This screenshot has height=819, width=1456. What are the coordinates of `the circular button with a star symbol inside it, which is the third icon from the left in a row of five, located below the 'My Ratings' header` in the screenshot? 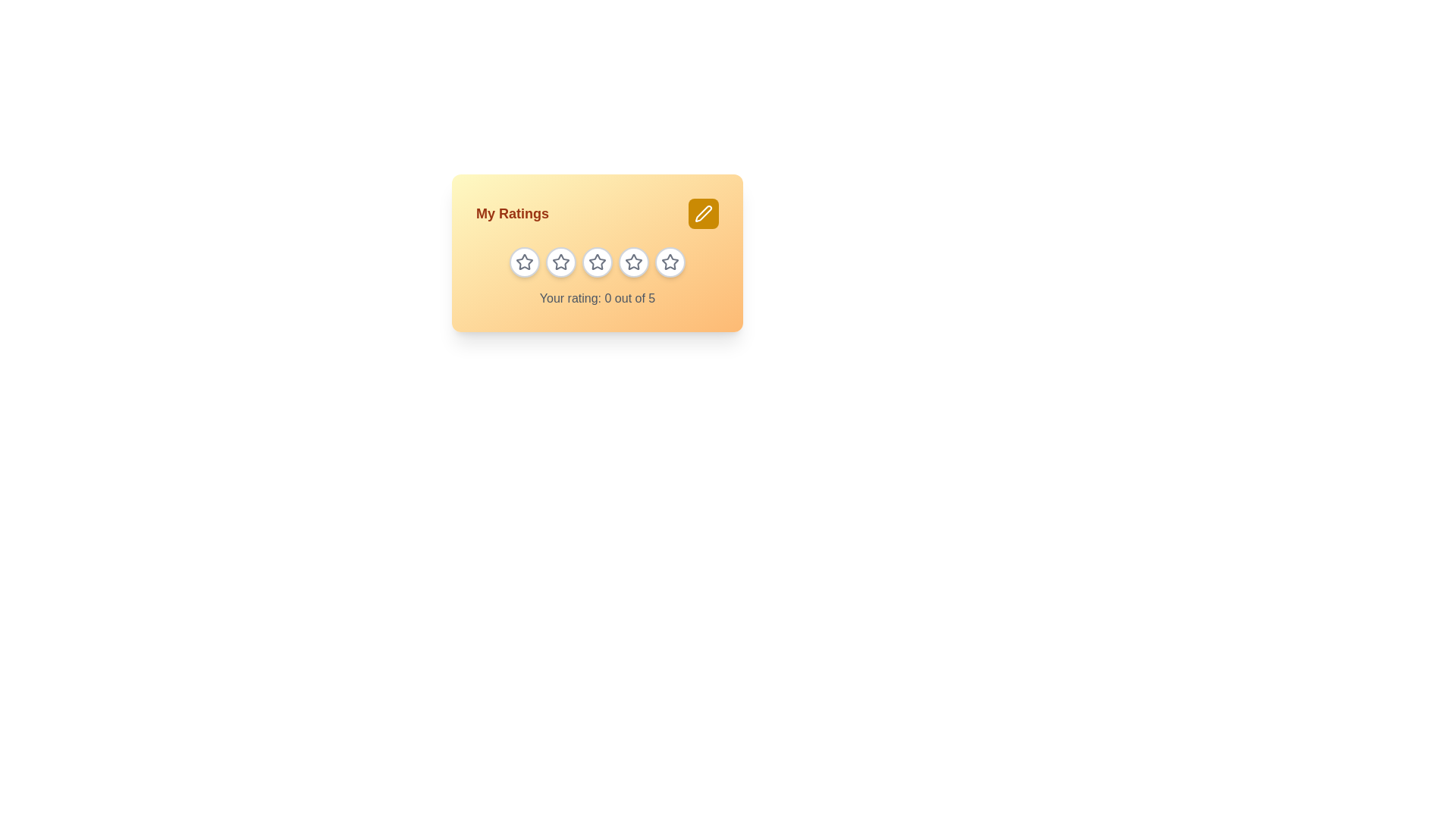 It's located at (596, 262).